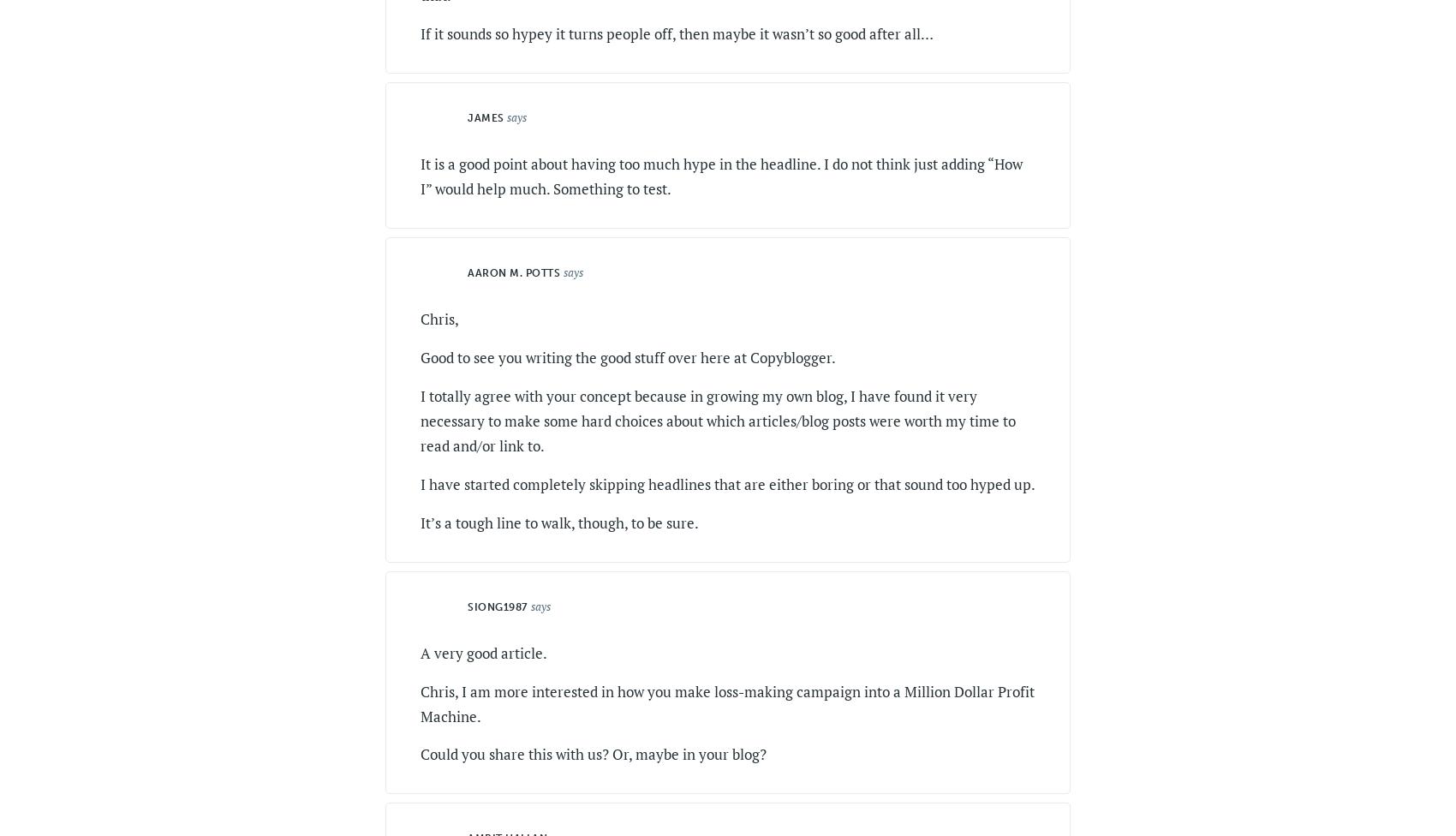 The width and height of the screenshot is (1456, 836). What do you see at coordinates (483, 652) in the screenshot?
I see `'A very good article.'` at bounding box center [483, 652].